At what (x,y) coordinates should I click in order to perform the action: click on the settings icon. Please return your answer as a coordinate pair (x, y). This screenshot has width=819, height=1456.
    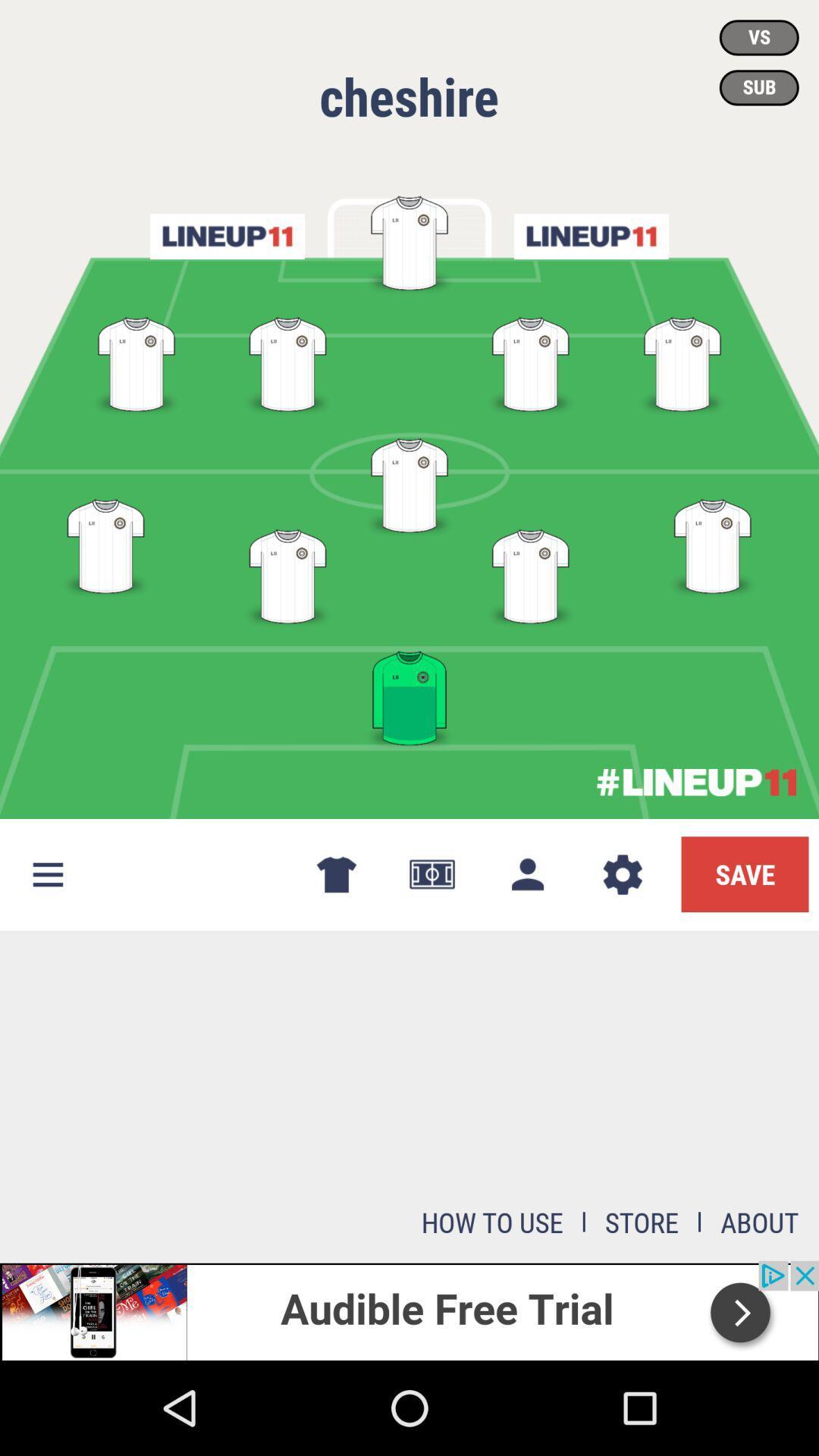
    Looking at the image, I should click on (623, 874).